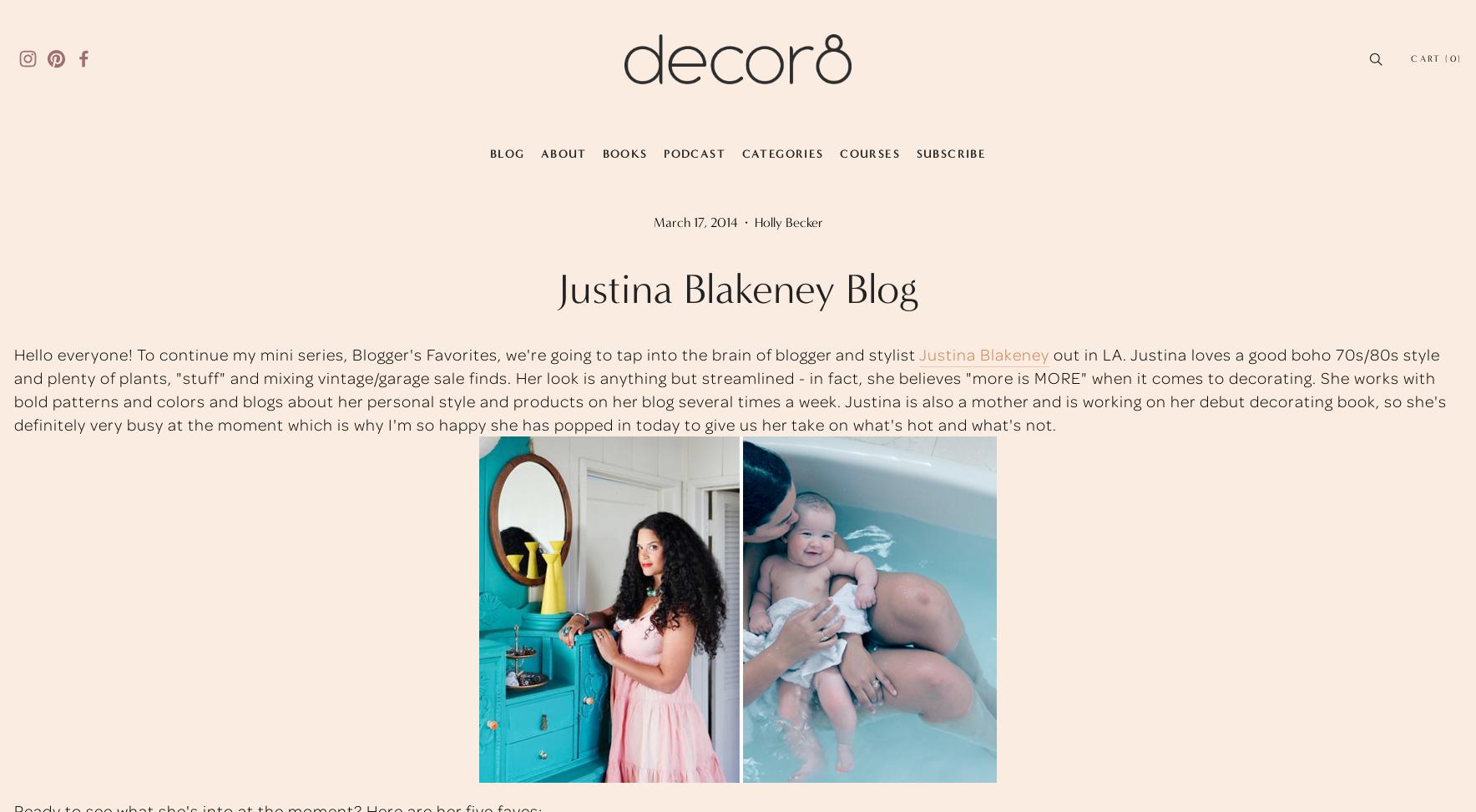 The width and height of the screenshot is (1476, 812). Describe the element at coordinates (869, 153) in the screenshot. I see `'courses'` at that location.